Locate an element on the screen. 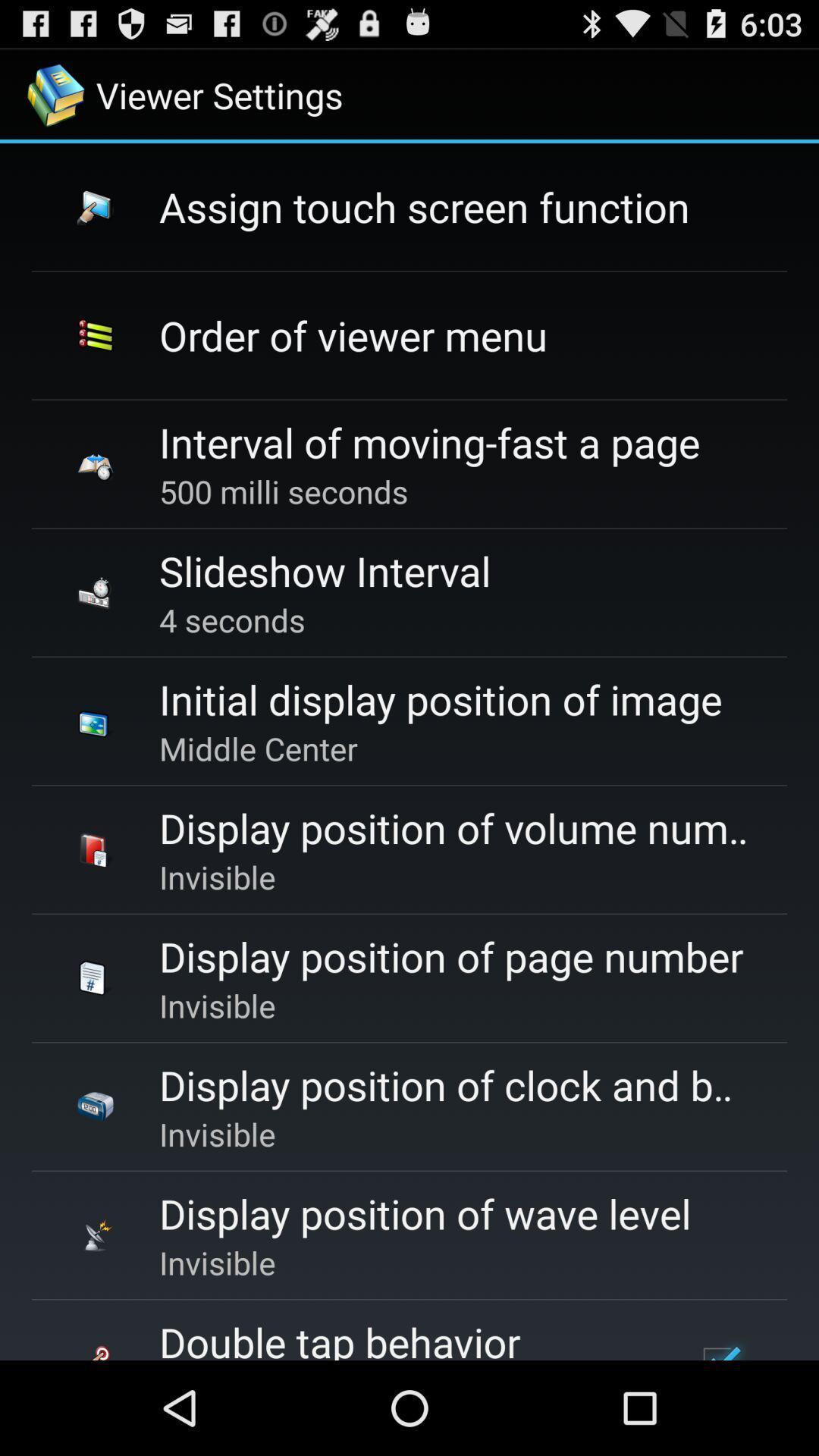  icon below the display position of icon is located at coordinates (718, 1346).